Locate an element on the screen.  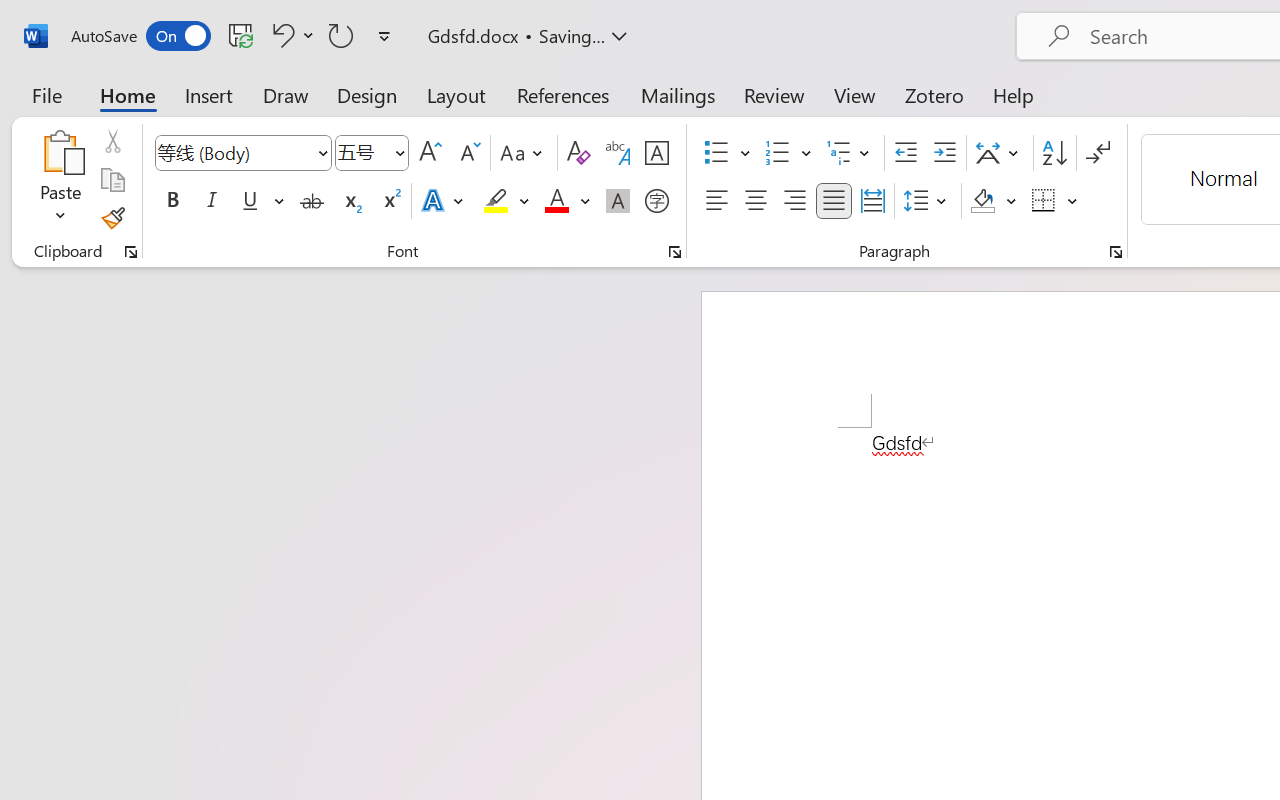
'Subscript' is located at coordinates (350, 201).